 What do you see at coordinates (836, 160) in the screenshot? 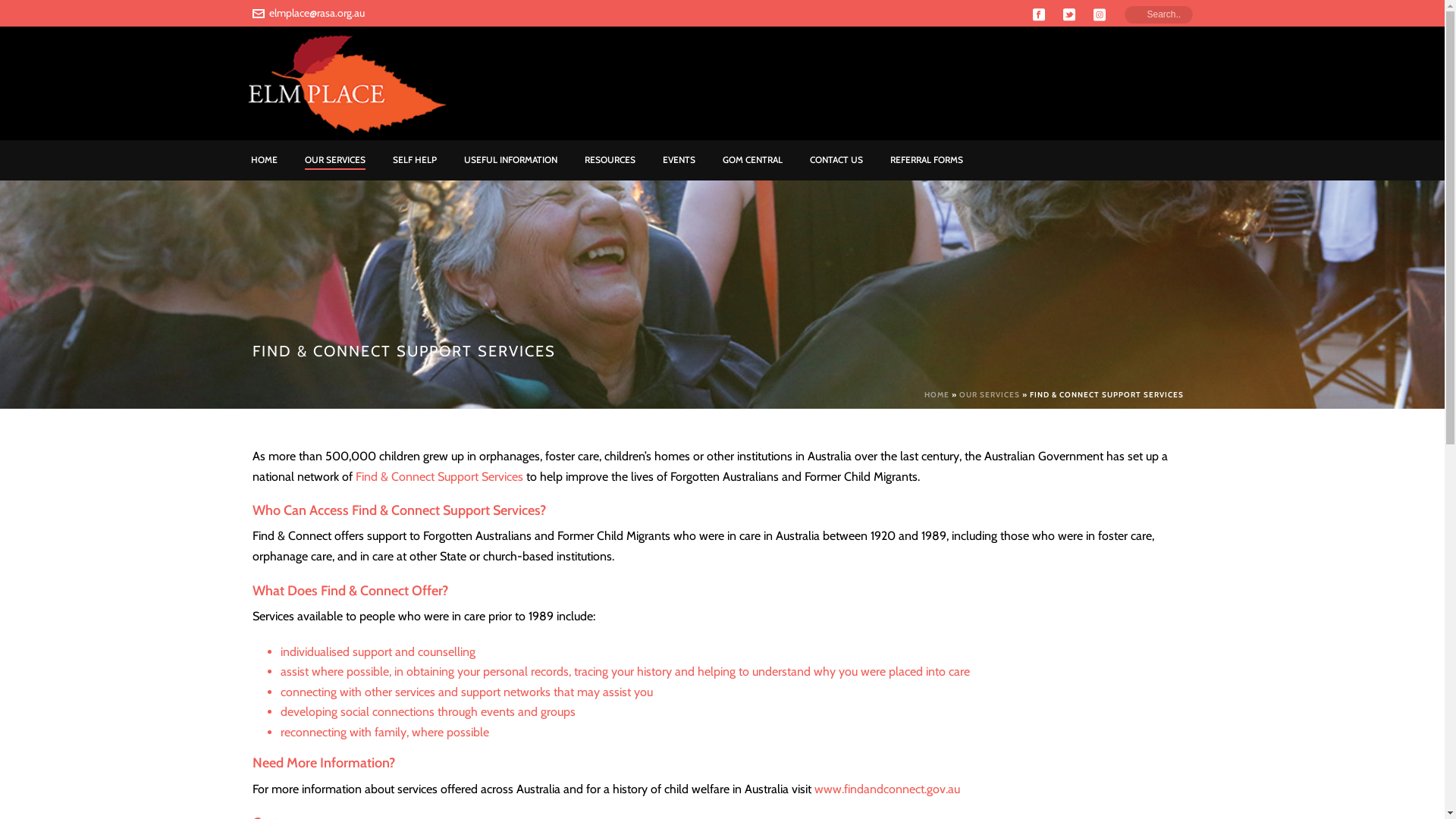
I see `'CONTACT US'` at bounding box center [836, 160].